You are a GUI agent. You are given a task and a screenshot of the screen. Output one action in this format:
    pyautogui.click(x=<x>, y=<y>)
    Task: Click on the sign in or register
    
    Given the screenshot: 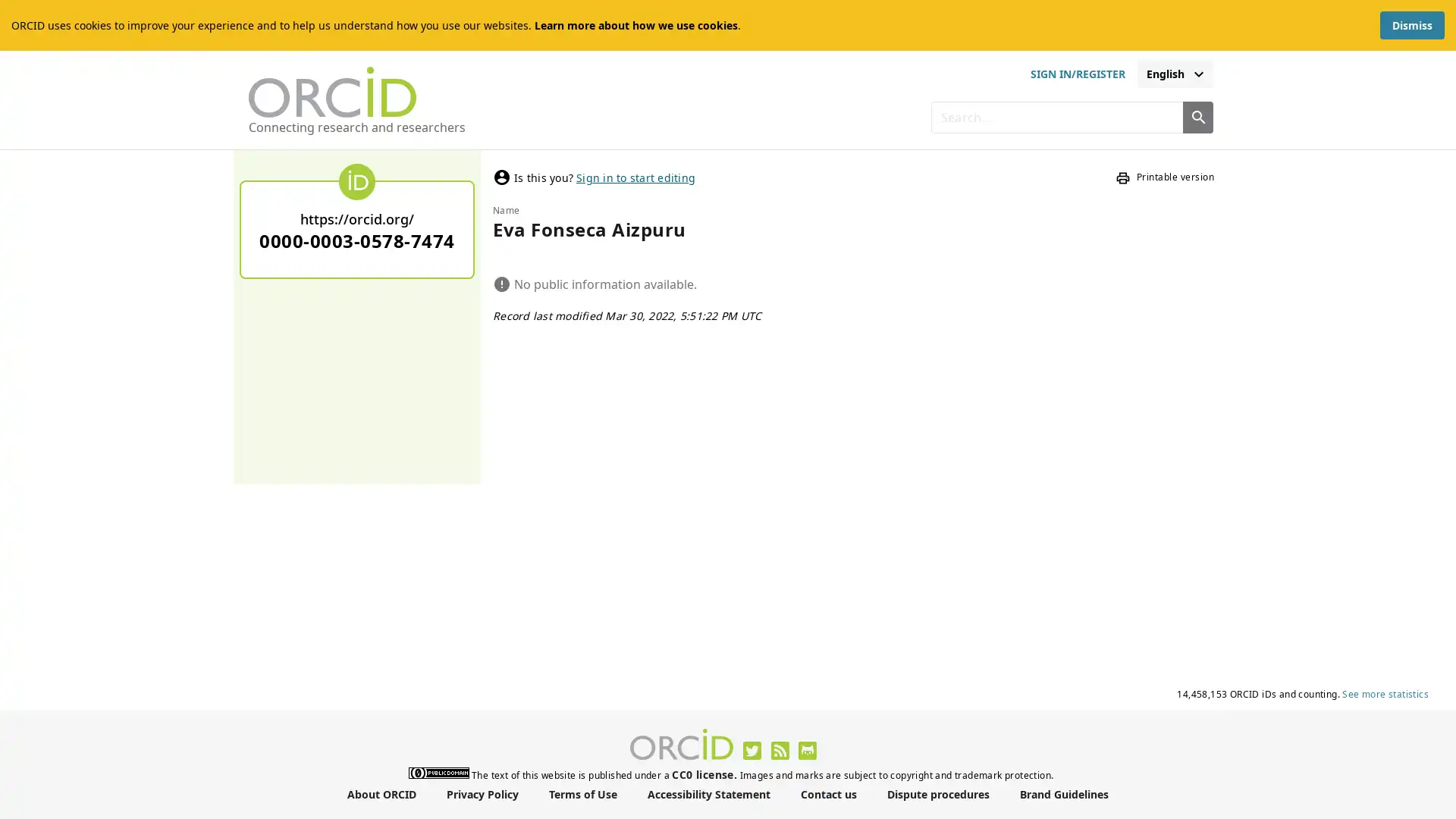 What is the action you would take?
    pyautogui.click(x=1076, y=74)
    